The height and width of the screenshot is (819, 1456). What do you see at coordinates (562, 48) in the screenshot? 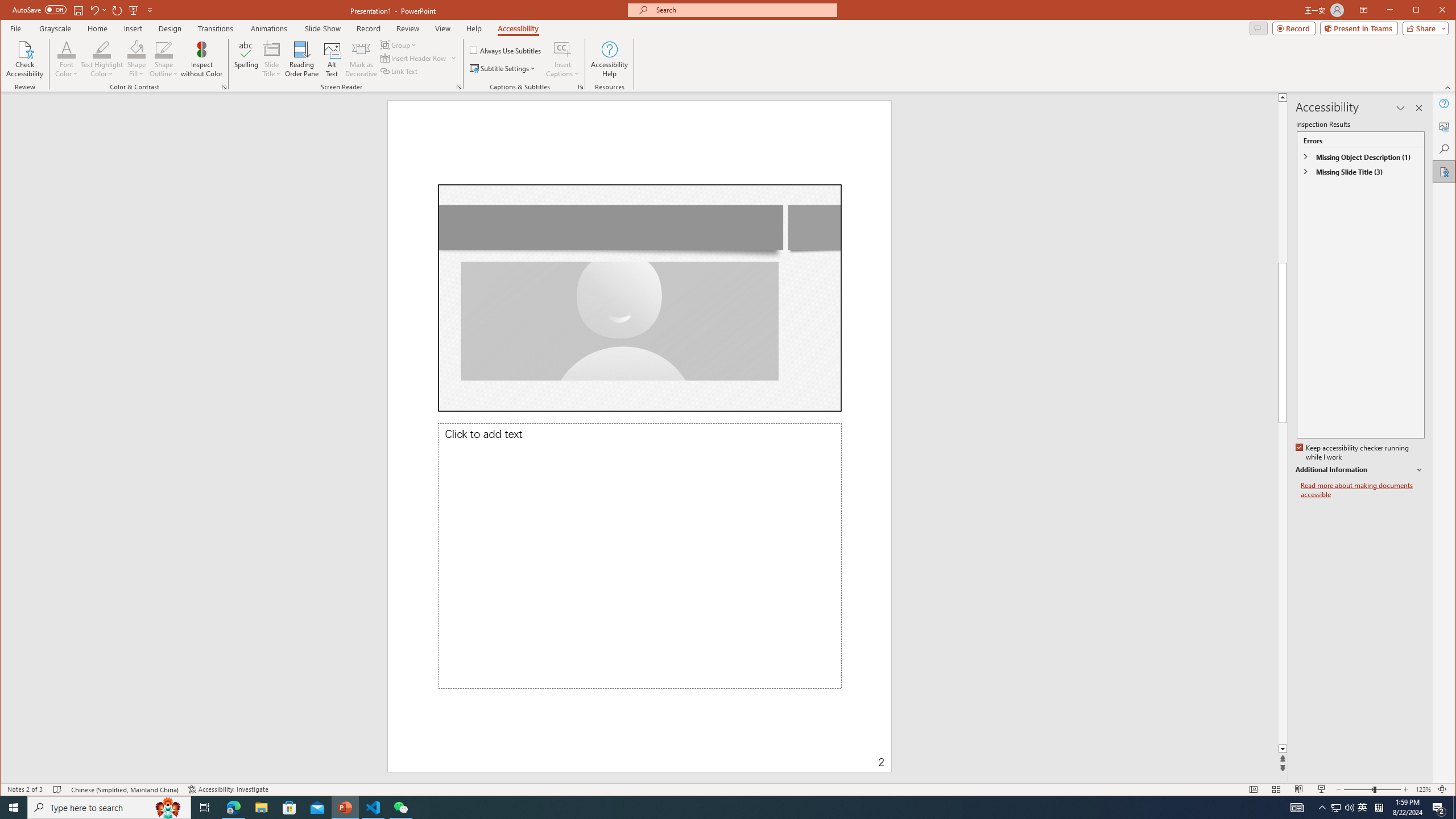
I see `'Insert Captions'` at bounding box center [562, 48].